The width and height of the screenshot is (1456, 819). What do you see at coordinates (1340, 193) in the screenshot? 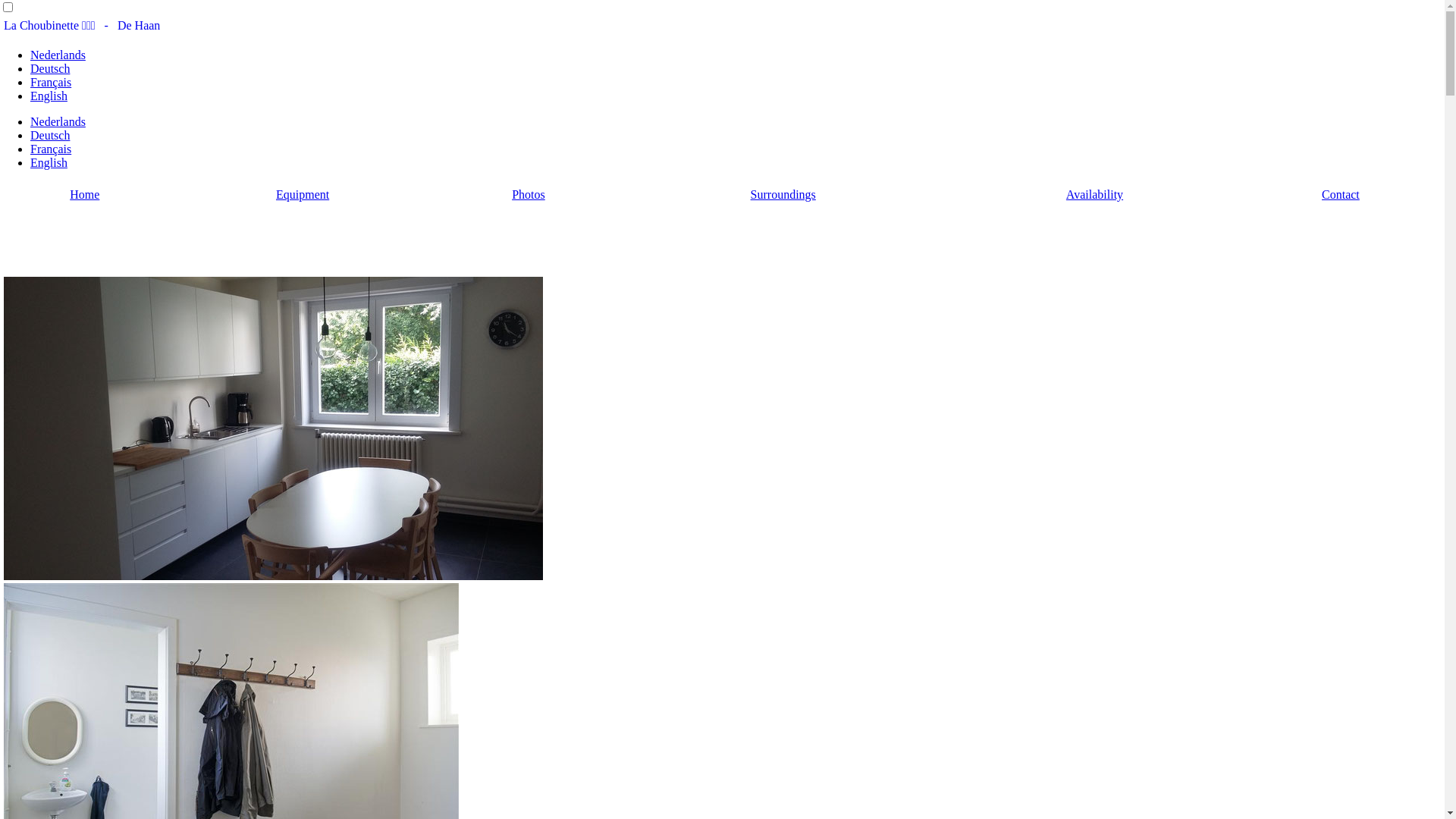
I see `'Contact'` at bounding box center [1340, 193].